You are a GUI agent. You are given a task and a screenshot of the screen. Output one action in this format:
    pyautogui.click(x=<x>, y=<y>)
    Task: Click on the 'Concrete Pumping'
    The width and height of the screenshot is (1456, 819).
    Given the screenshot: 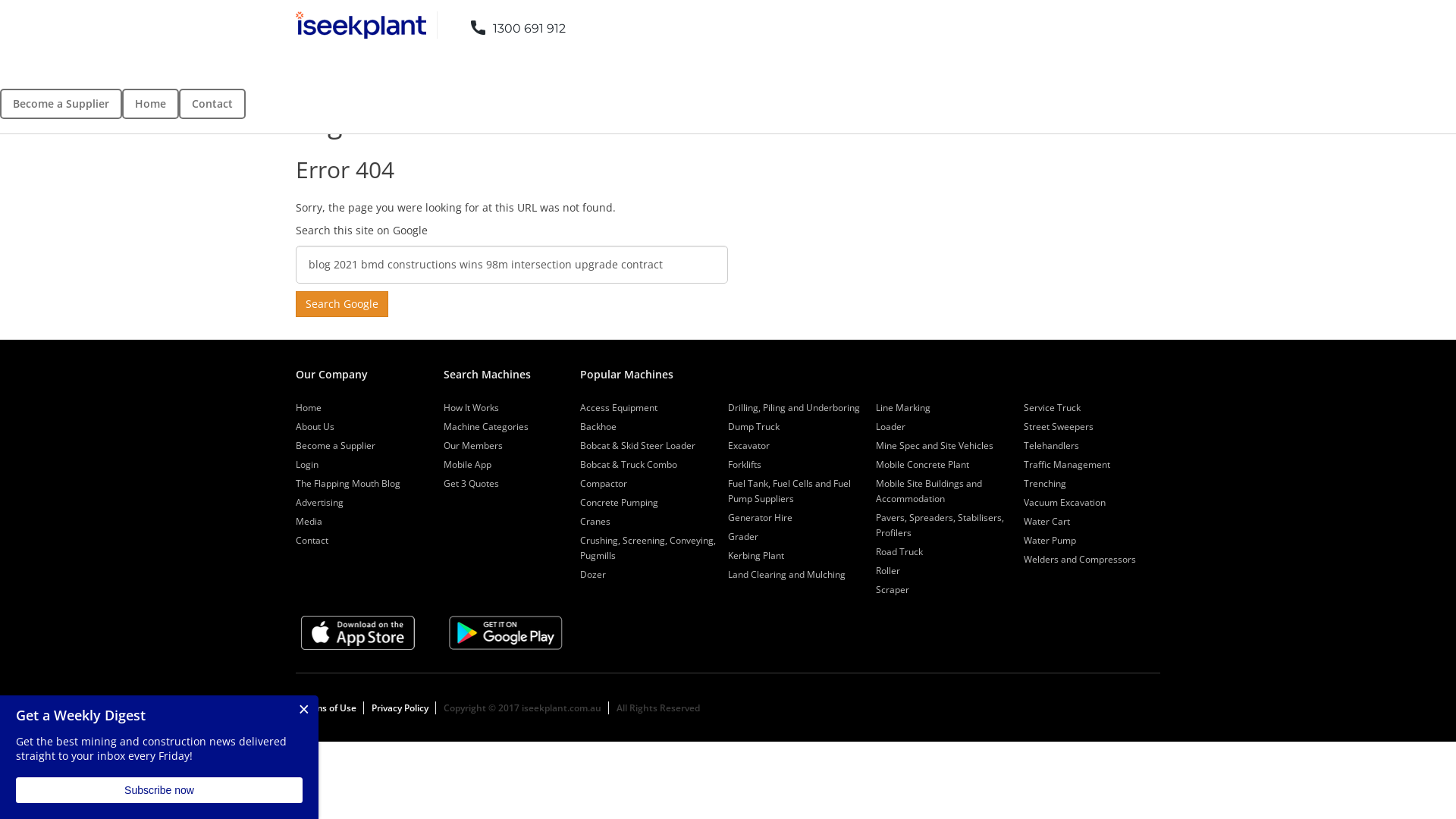 What is the action you would take?
    pyautogui.click(x=579, y=502)
    